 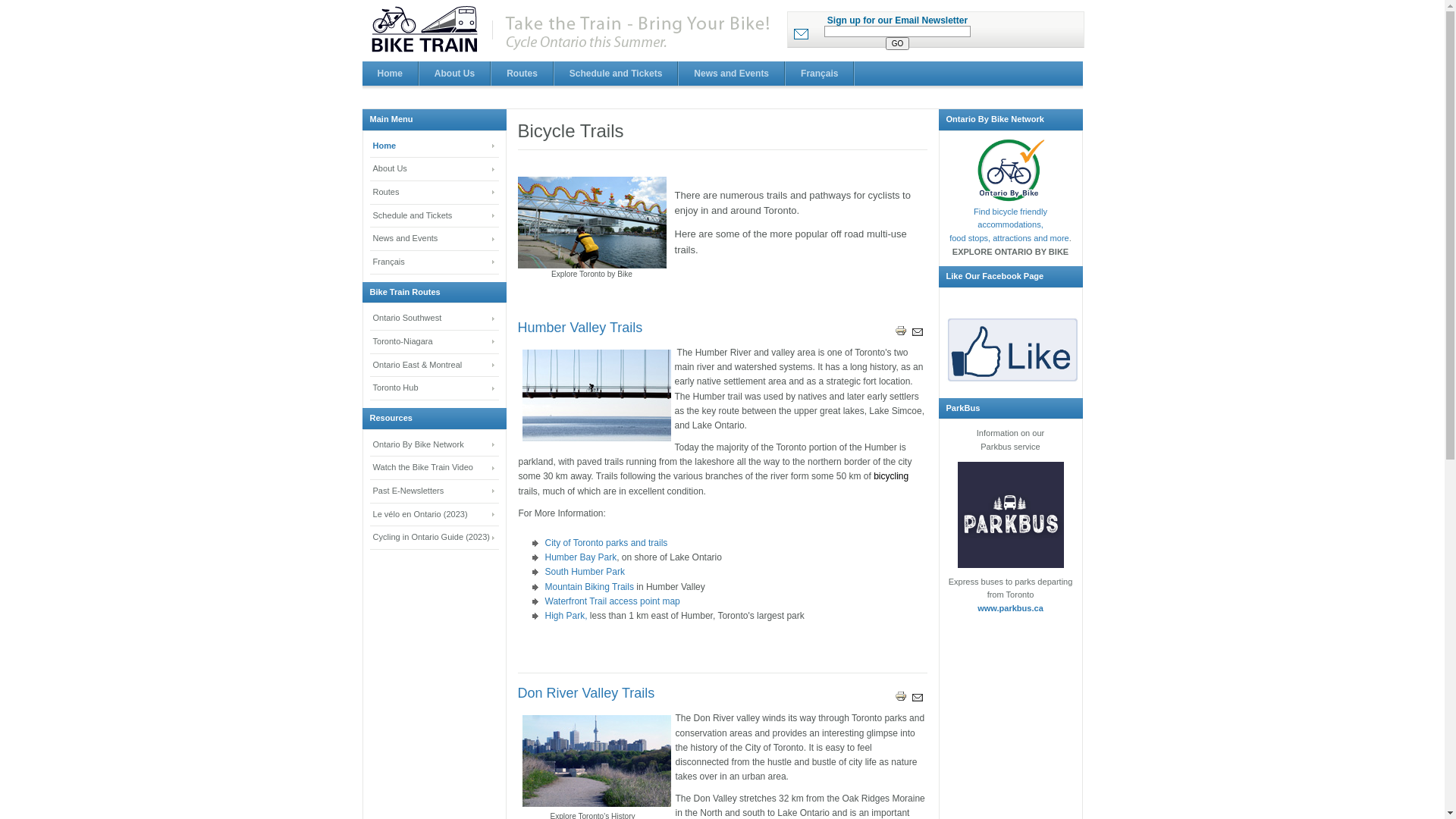 What do you see at coordinates (589, 586) in the screenshot?
I see `'Mountain Biking Trails'` at bounding box center [589, 586].